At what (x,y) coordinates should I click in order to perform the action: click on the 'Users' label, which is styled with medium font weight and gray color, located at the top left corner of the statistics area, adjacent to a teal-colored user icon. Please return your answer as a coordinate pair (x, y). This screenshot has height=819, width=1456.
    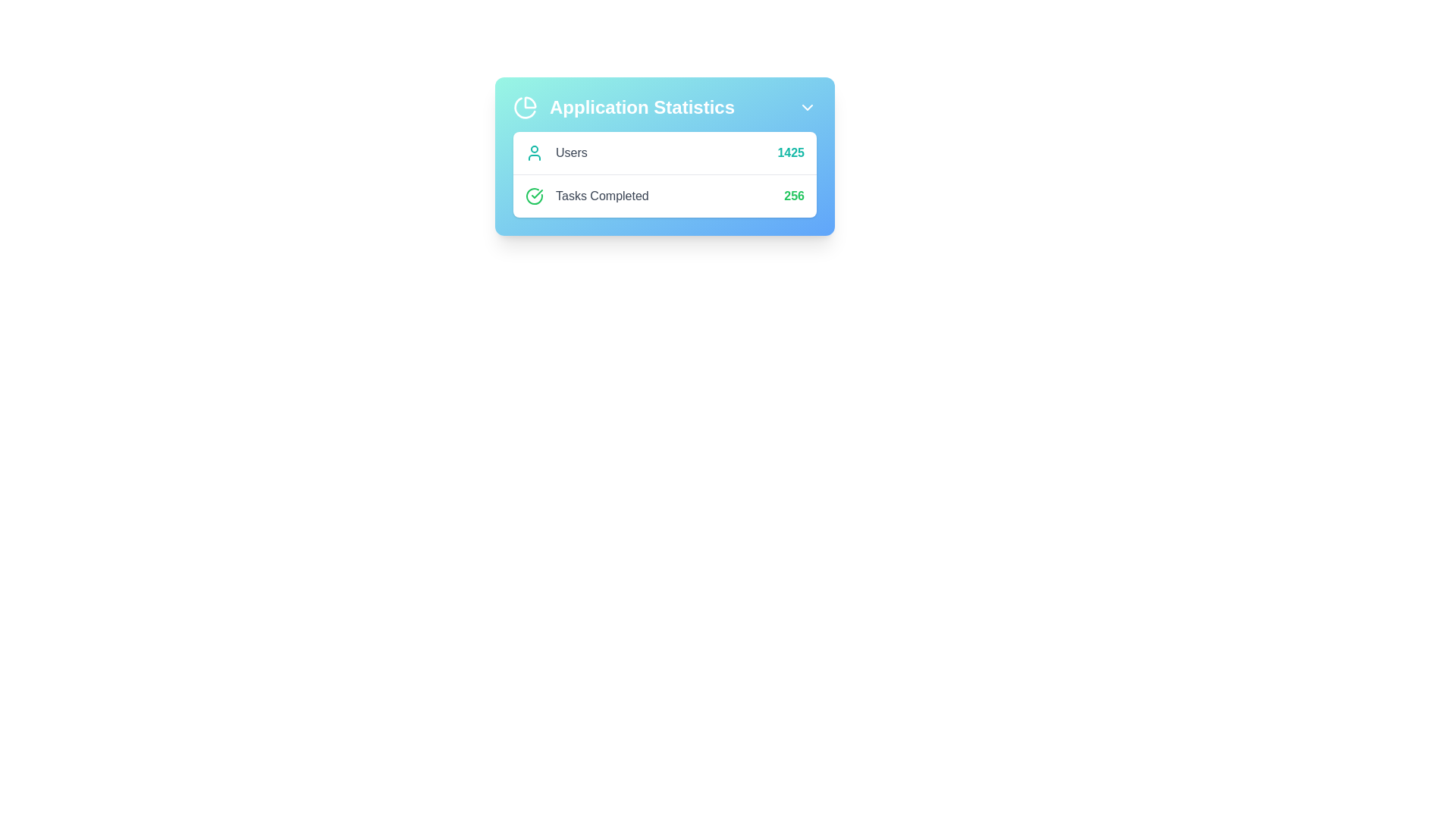
    Looking at the image, I should click on (555, 152).